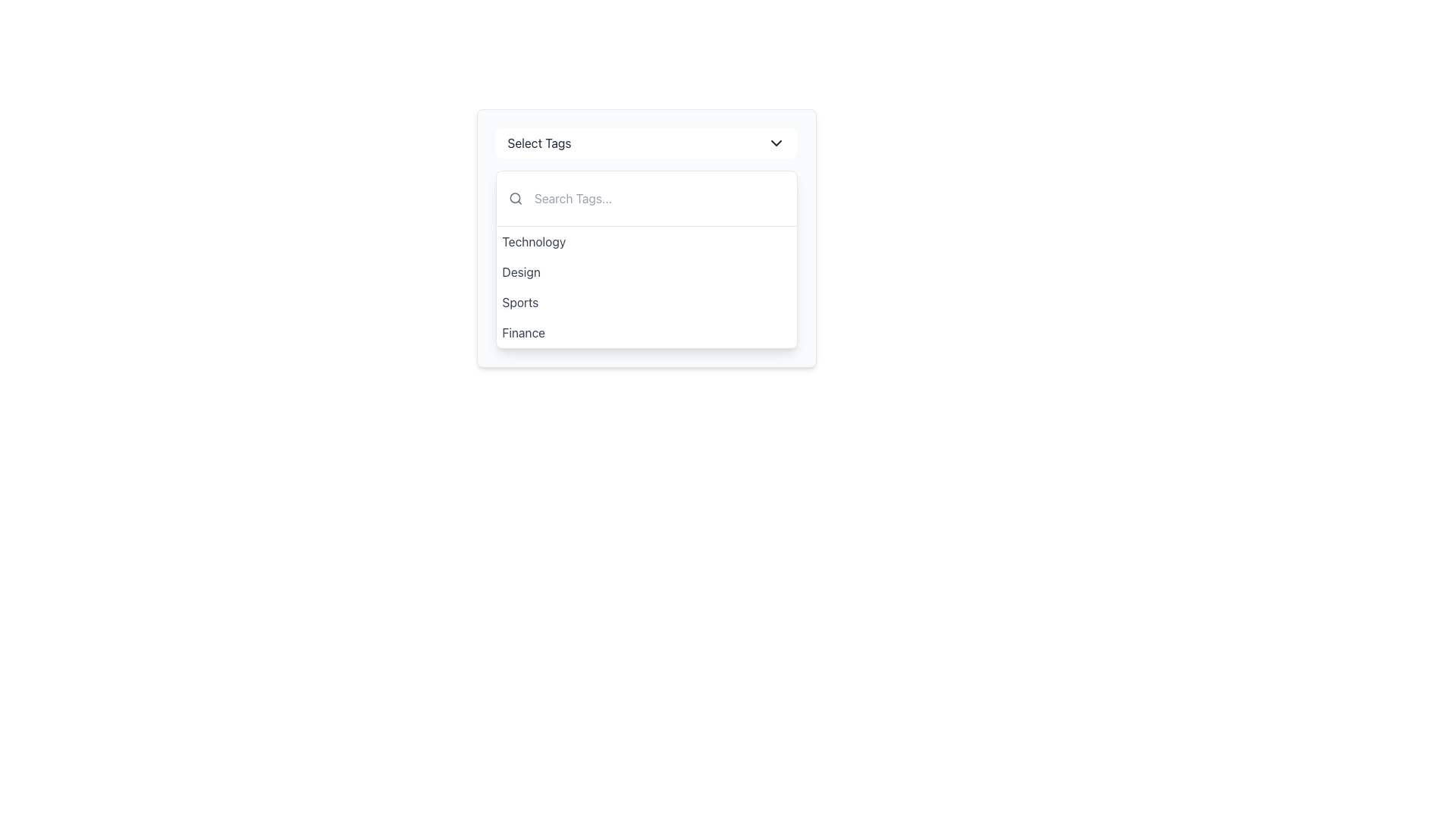  I want to click on the first option labeled 'Technology' in the dropdown menu 'Select Tags', so click(534, 241).